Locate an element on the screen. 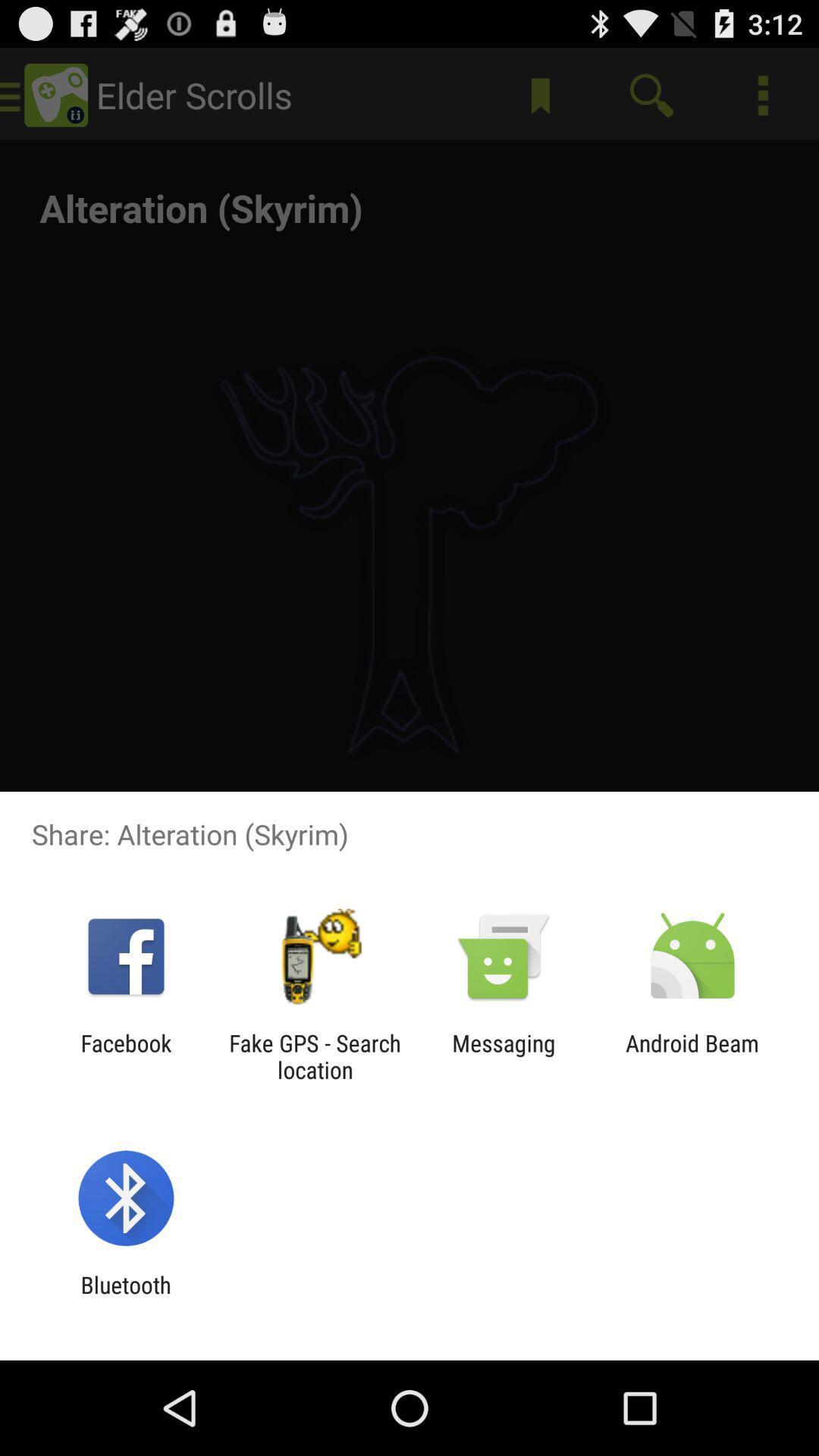 The image size is (819, 1456). app to the left of android beam icon is located at coordinates (504, 1056).